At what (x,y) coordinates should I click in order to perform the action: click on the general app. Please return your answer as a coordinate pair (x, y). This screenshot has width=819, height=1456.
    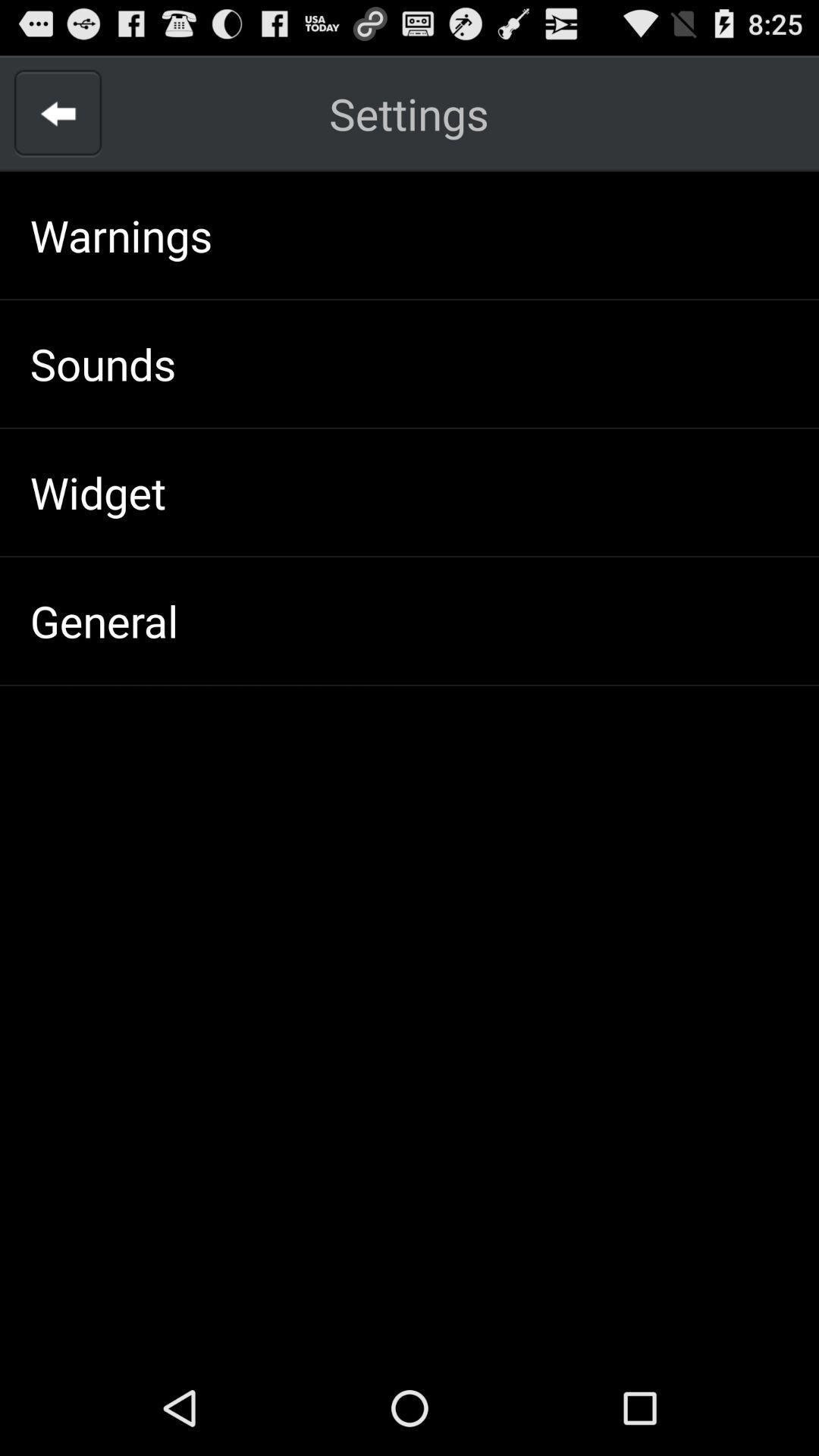
    Looking at the image, I should click on (103, 620).